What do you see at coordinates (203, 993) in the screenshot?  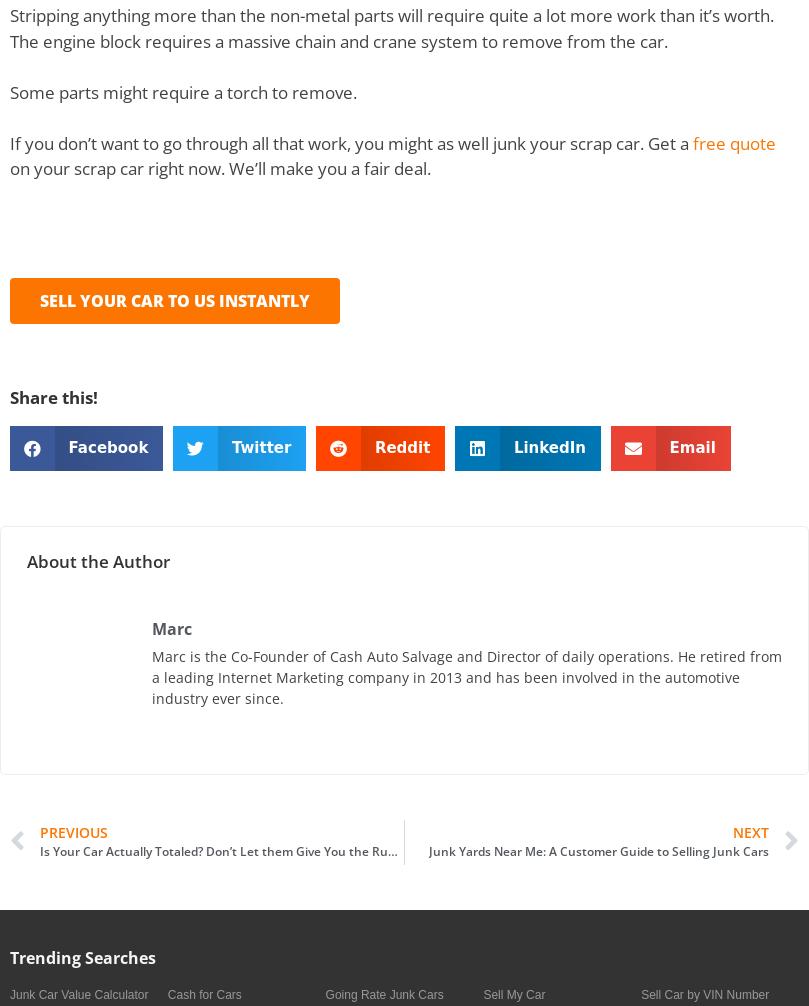 I see `'Cash for Cars'` at bounding box center [203, 993].